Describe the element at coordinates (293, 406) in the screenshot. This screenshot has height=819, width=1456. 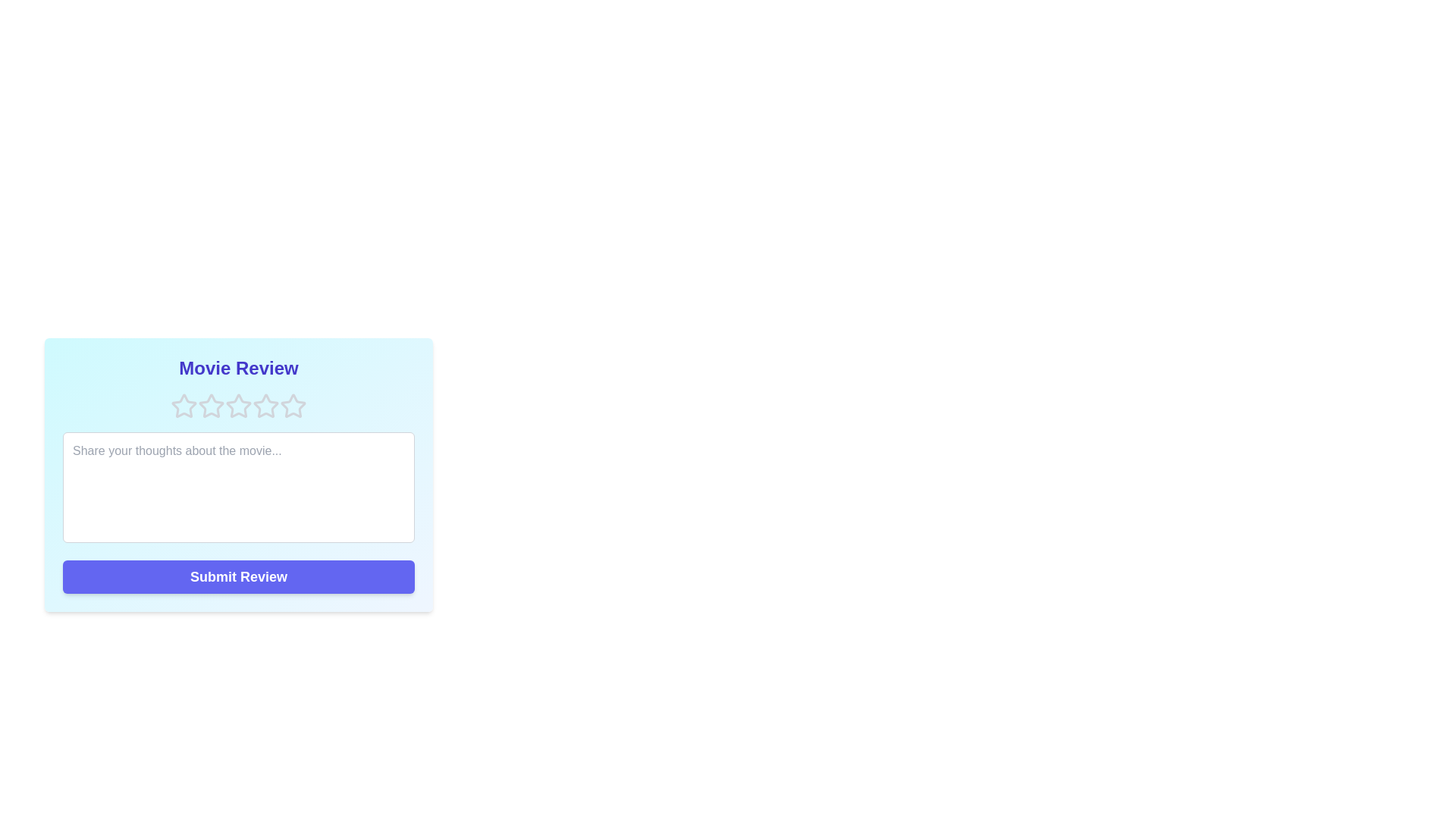
I see `the star corresponding to 5 rating` at that location.